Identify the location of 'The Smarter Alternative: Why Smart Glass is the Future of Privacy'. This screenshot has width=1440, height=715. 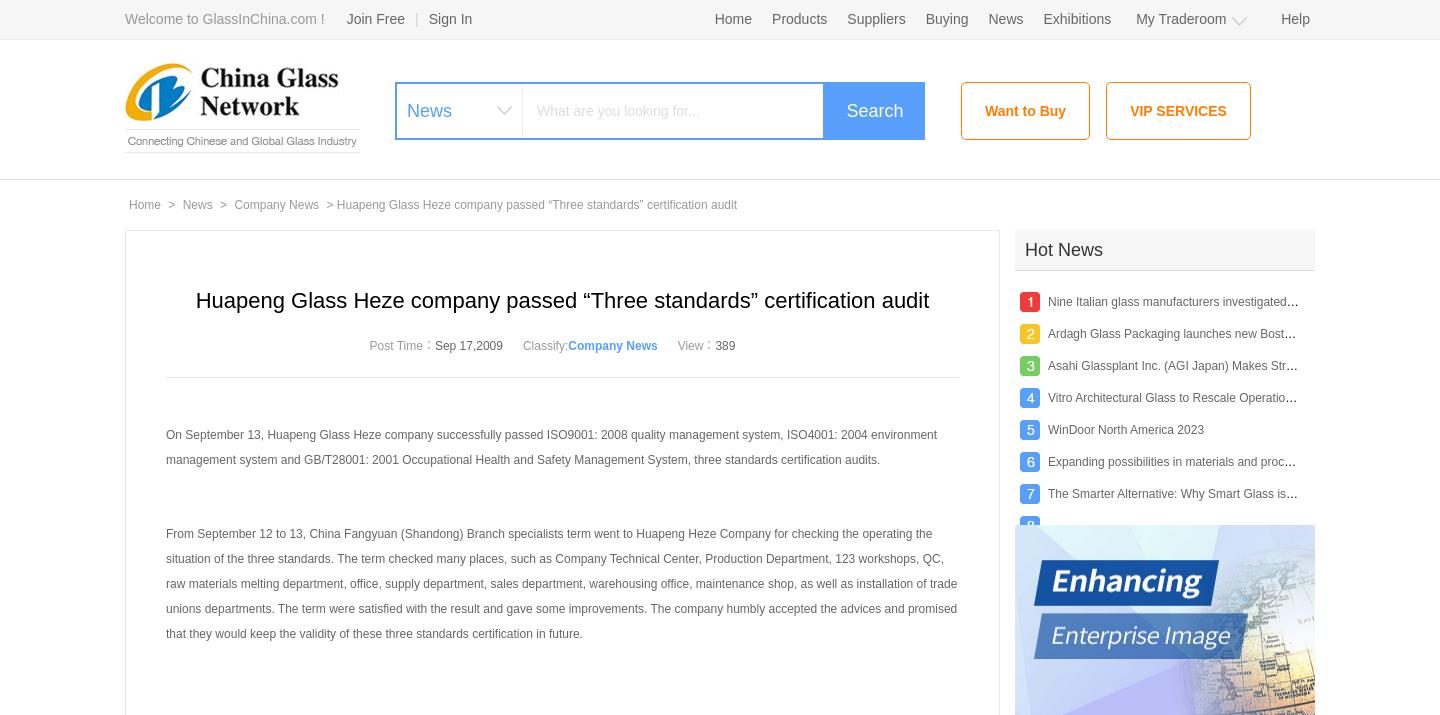
(1223, 492).